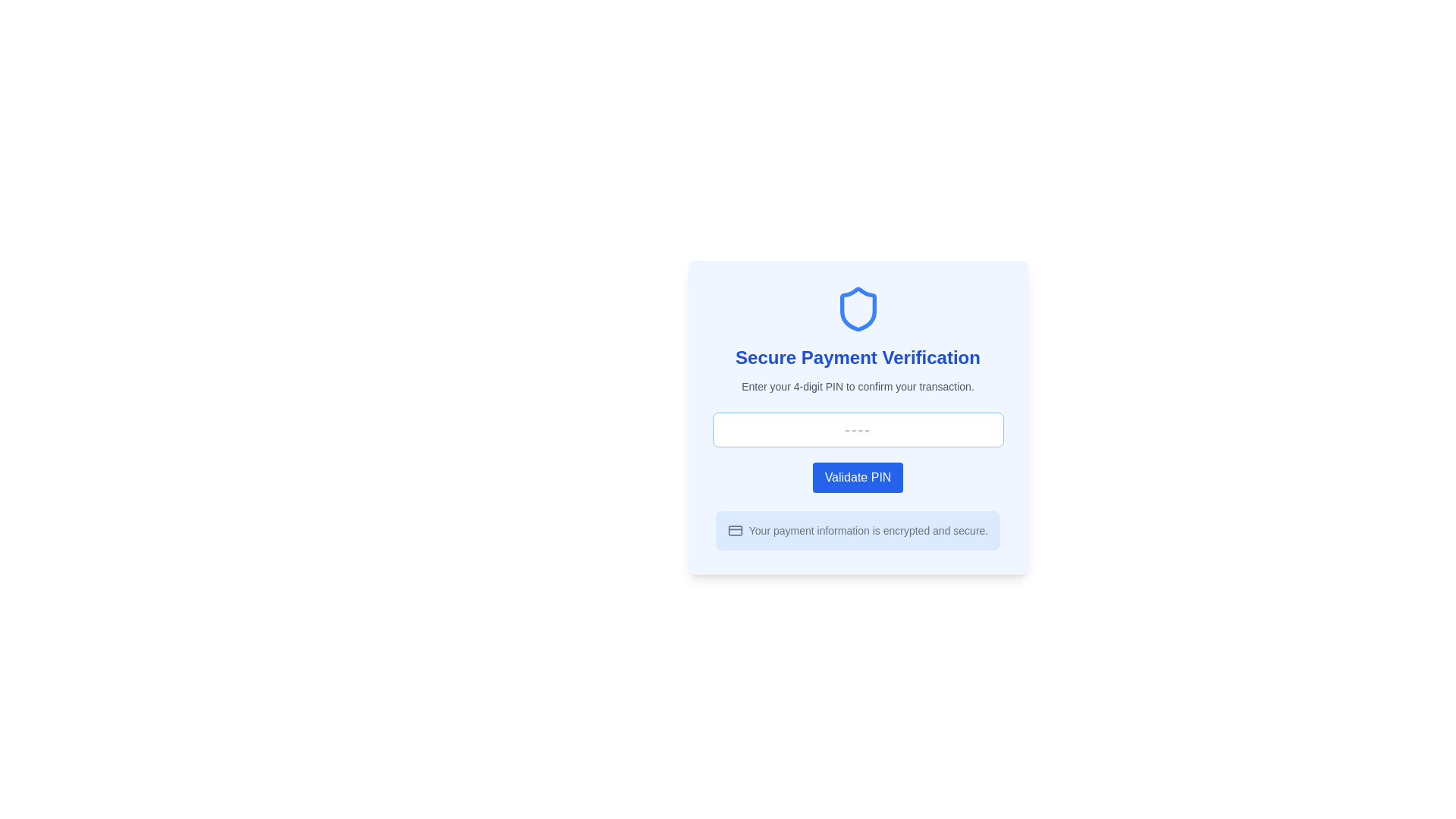 This screenshot has width=1456, height=819. Describe the element at coordinates (858, 430) in the screenshot. I see `the Password input field located below the text 'Enter your 4-digit PIN to confirm your transaction.' and above the 'Validate PIN' button` at that location.